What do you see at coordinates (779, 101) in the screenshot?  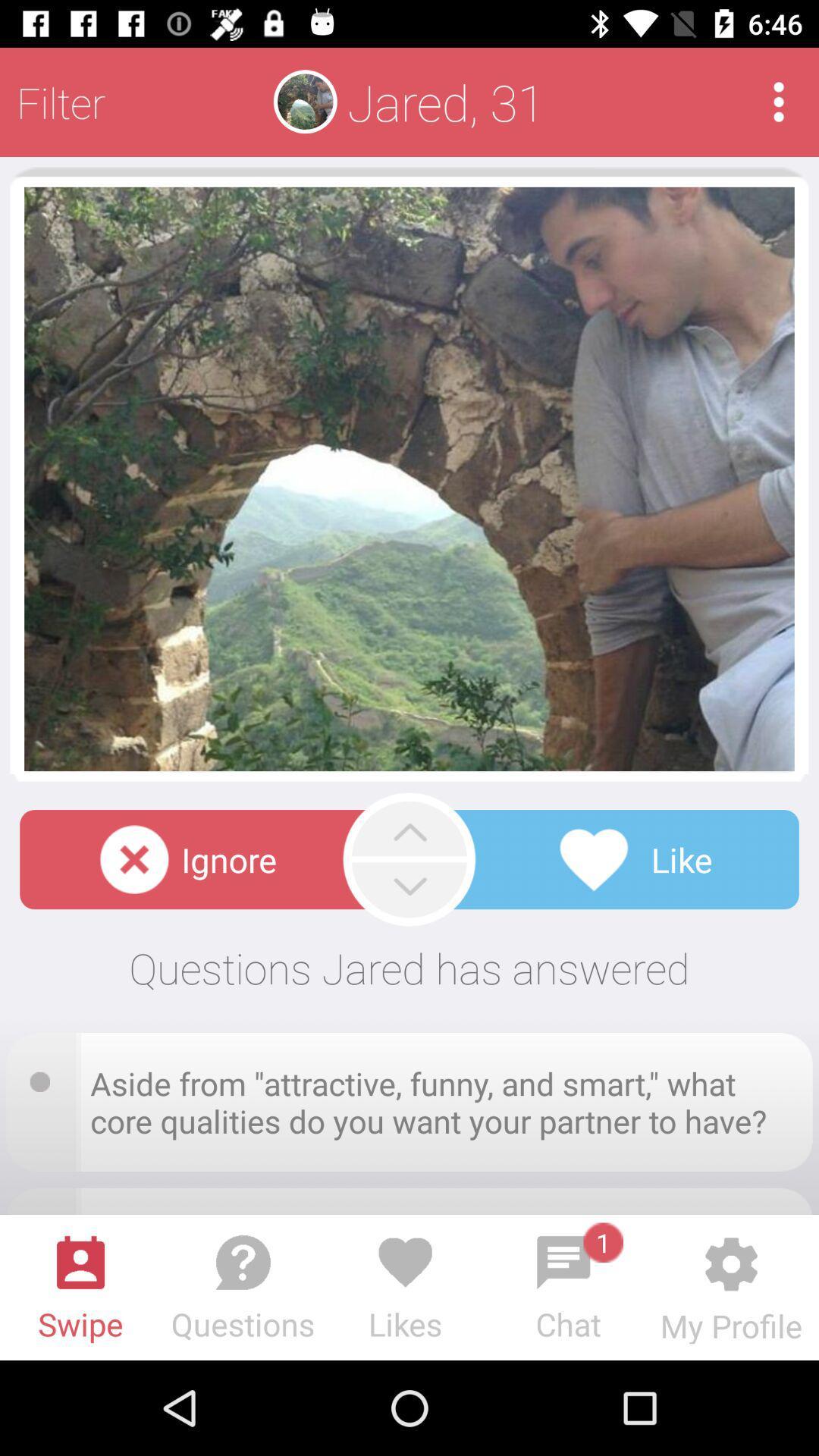 I see `icon next to the jared, 31` at bounding box center [779, 101].